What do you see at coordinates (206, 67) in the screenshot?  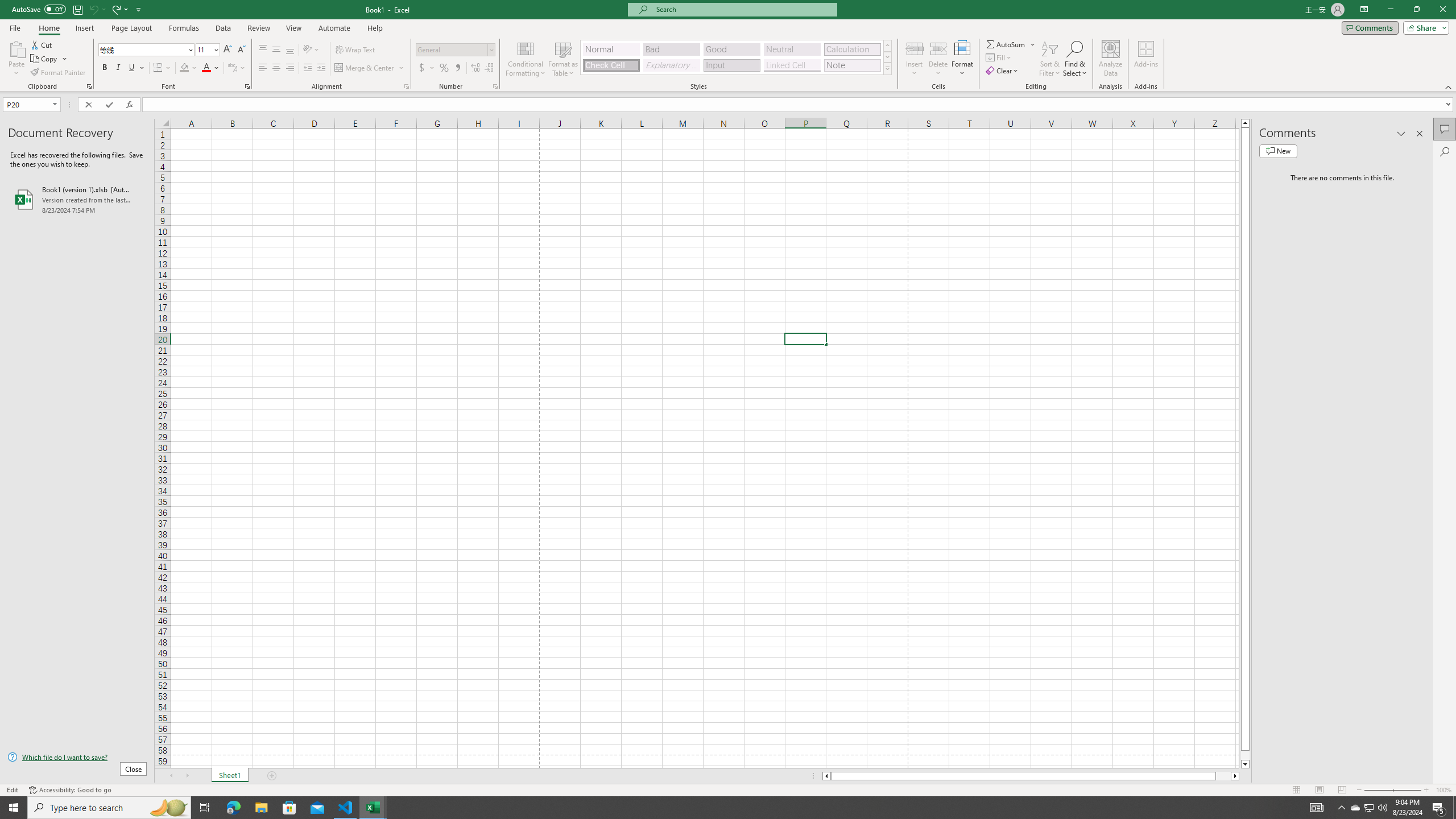 I see `'Font Color RGB(255, 0, 0)'` at bounding box center [206, 67].